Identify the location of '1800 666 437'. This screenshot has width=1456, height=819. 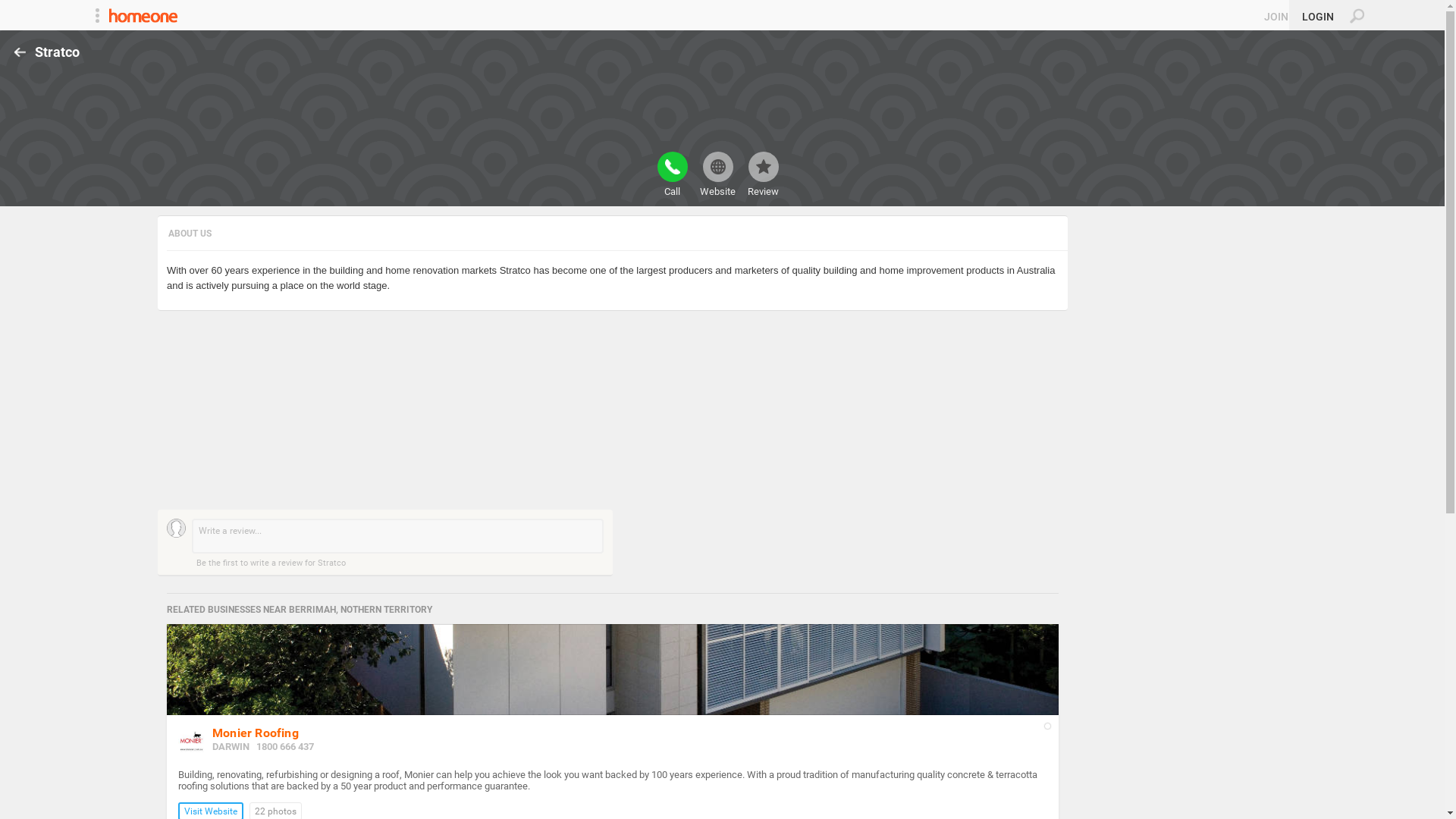
(256, 745).